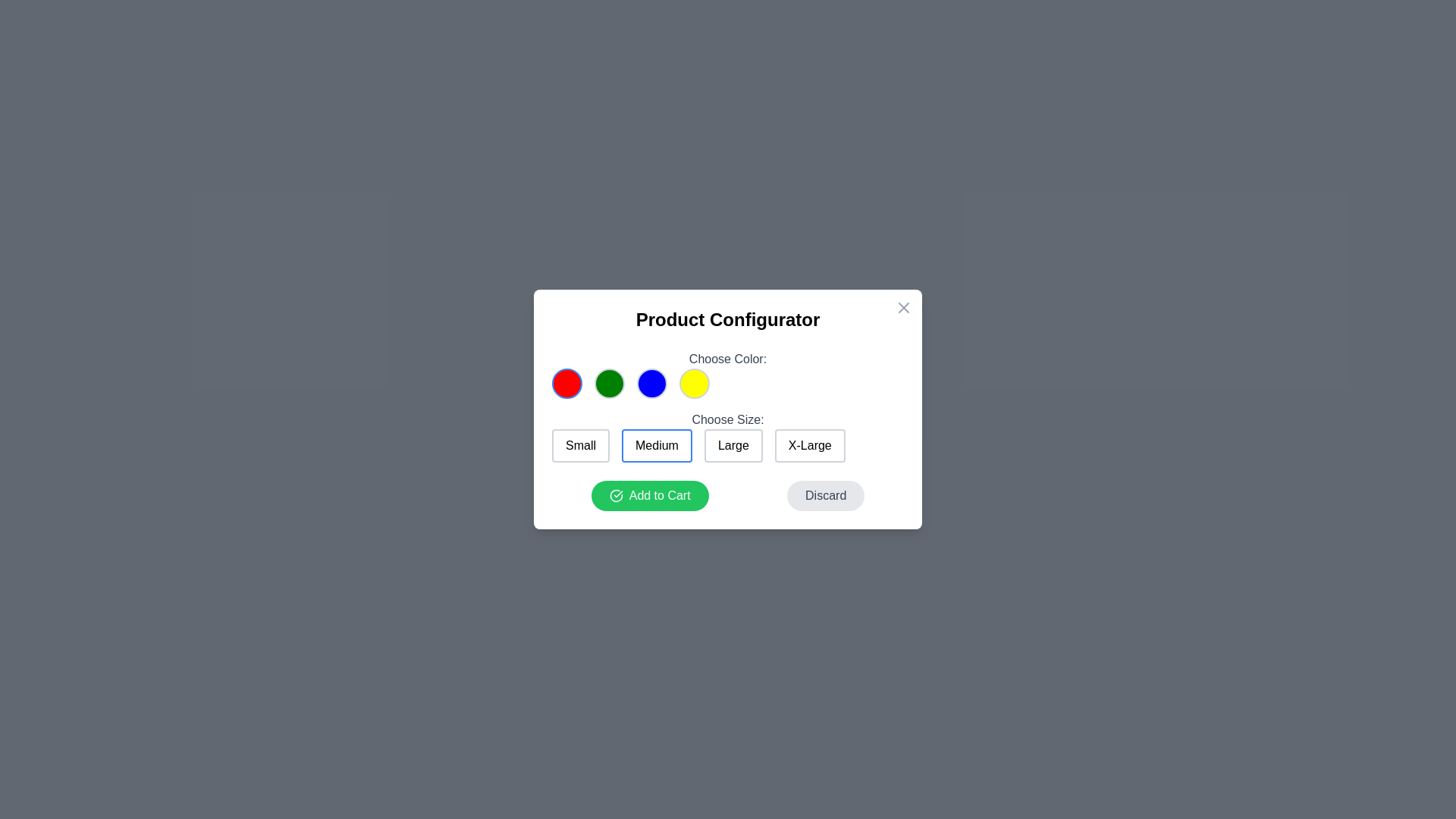  I want to click on the 'Add to Cart' button, which is a green rounded rectangular button with a white checkmark icon and 'Add to Cart' text, located in the 'Product Configurator' dialog interface, so click(650, 496).